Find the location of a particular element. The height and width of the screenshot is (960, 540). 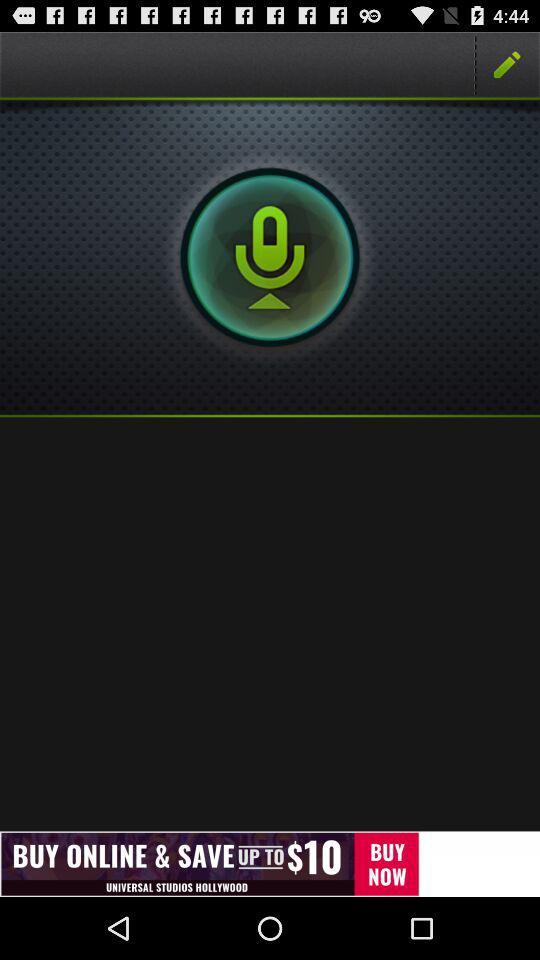

press on advertisement banner is located at coordinates (270, 863).